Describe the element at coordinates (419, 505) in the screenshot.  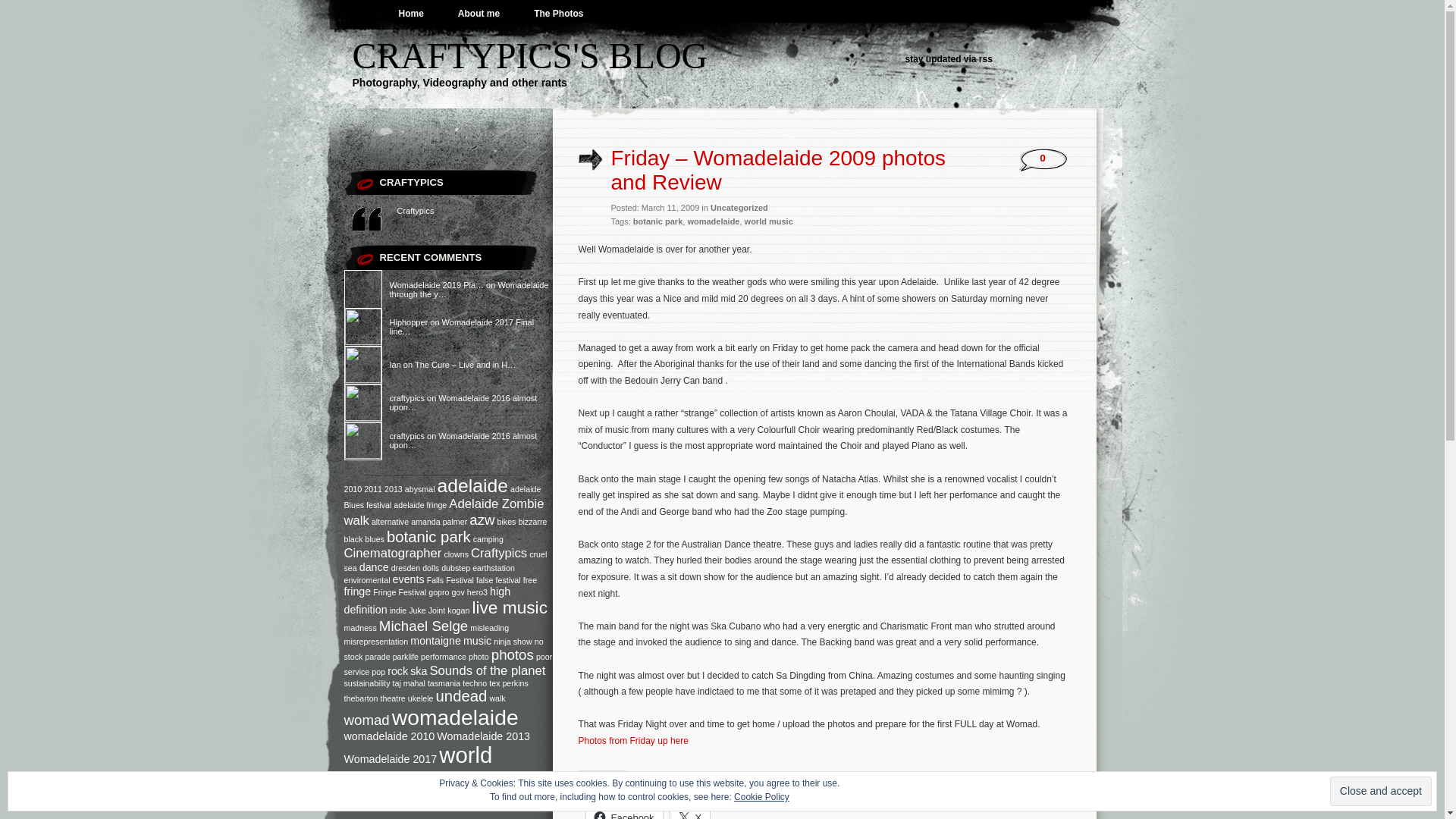
I see `'adelaide fringe'` at that location.